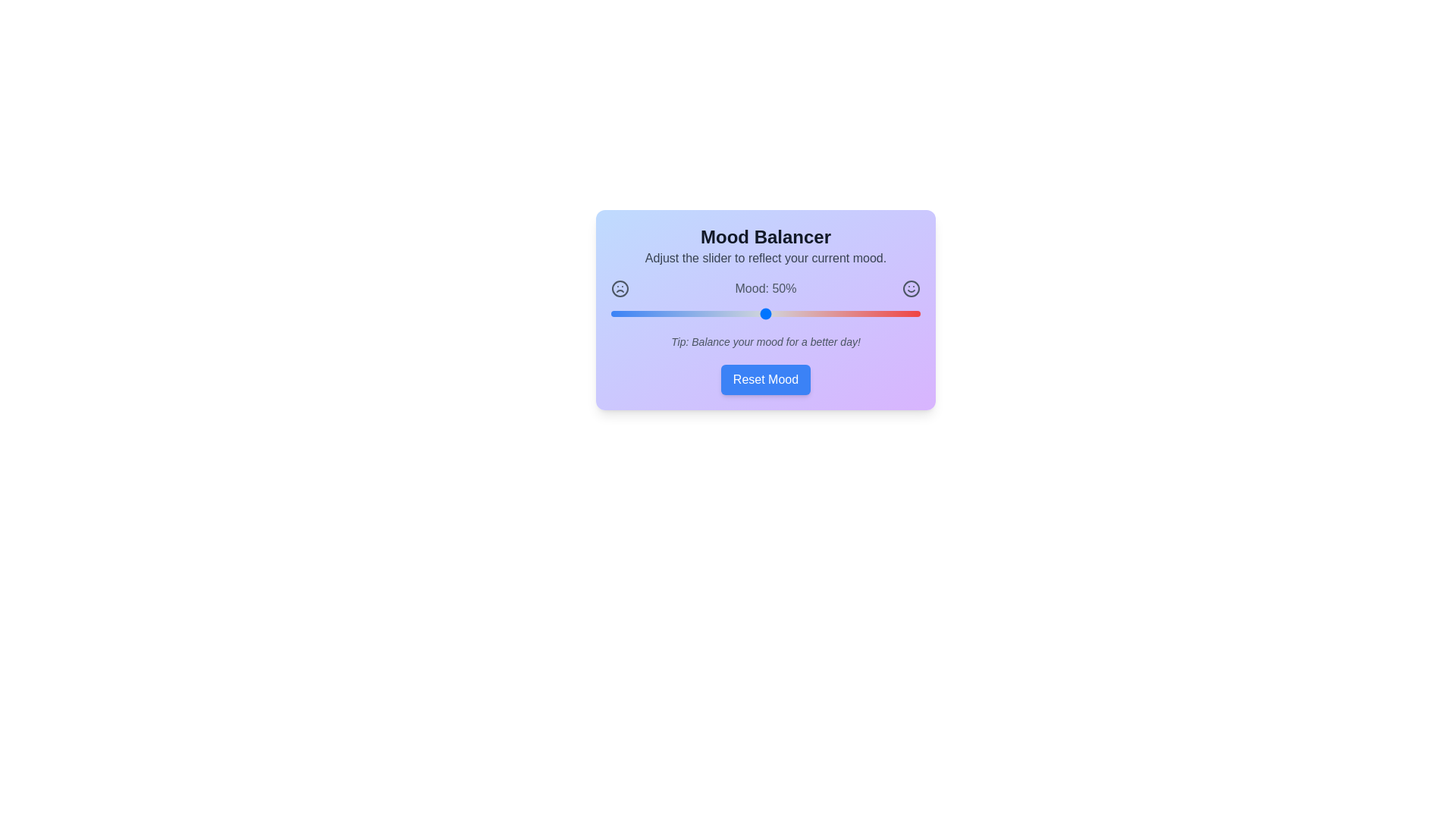 The width and height of the screenshot is (1456, 819). What do you see at coordinates (805, 312) in the screenshot?
I see `the mood slider to 63%` at bounding box center [805, 312].